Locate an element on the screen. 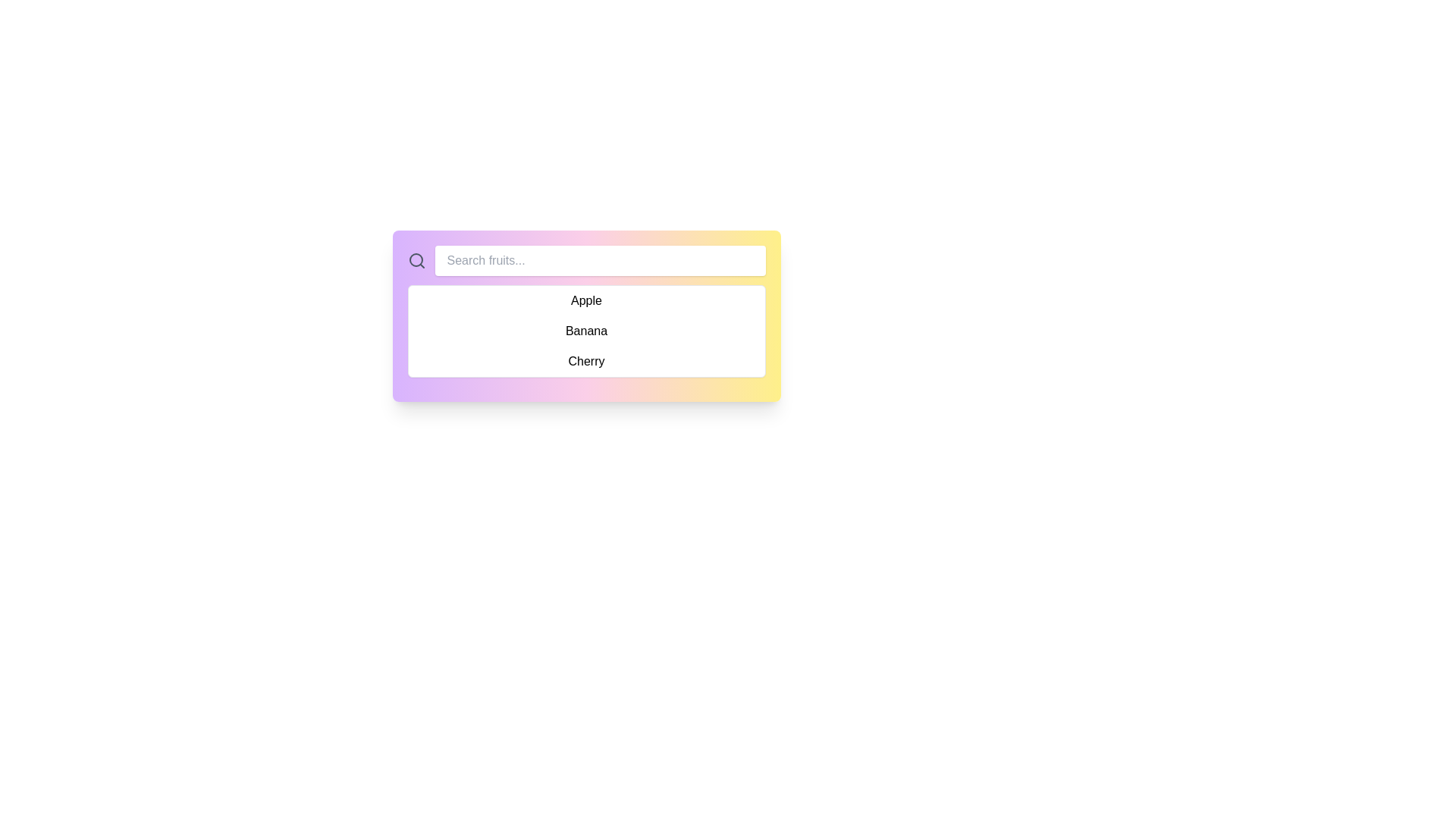 The height and width of the screenshot is (819, 1456). the dropdown option containing the text 'Banana' is located at coordinates (585, 330).